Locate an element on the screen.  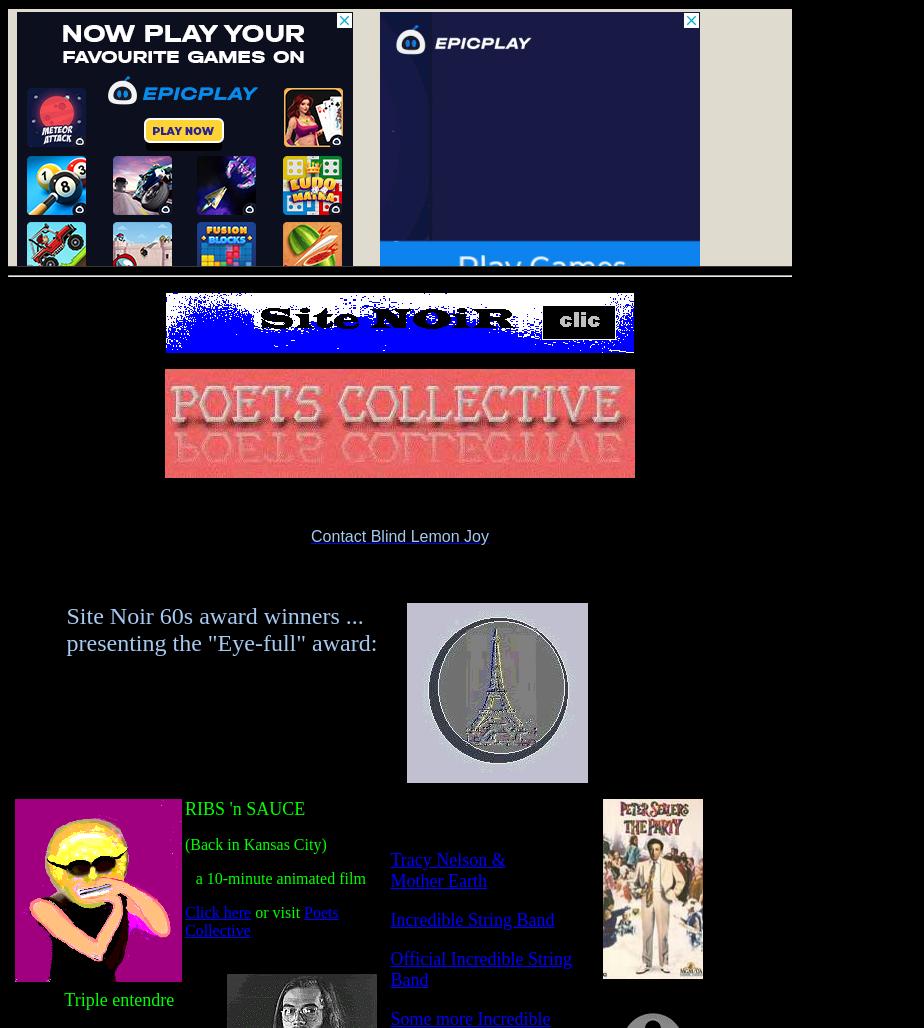
'Incredible String Band' is located at coordinates (471, 919).